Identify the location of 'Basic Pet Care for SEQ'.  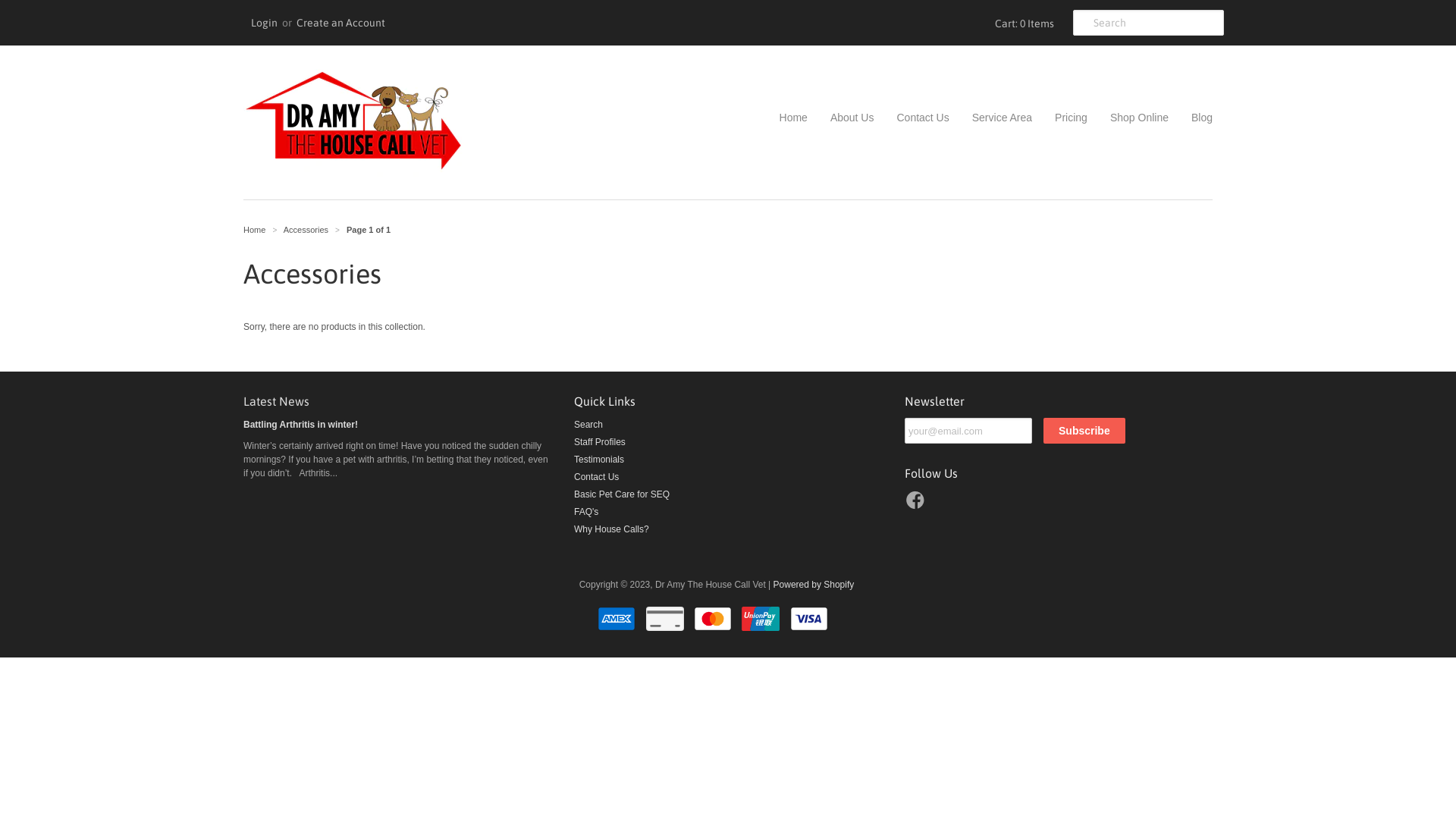
(622, 494).